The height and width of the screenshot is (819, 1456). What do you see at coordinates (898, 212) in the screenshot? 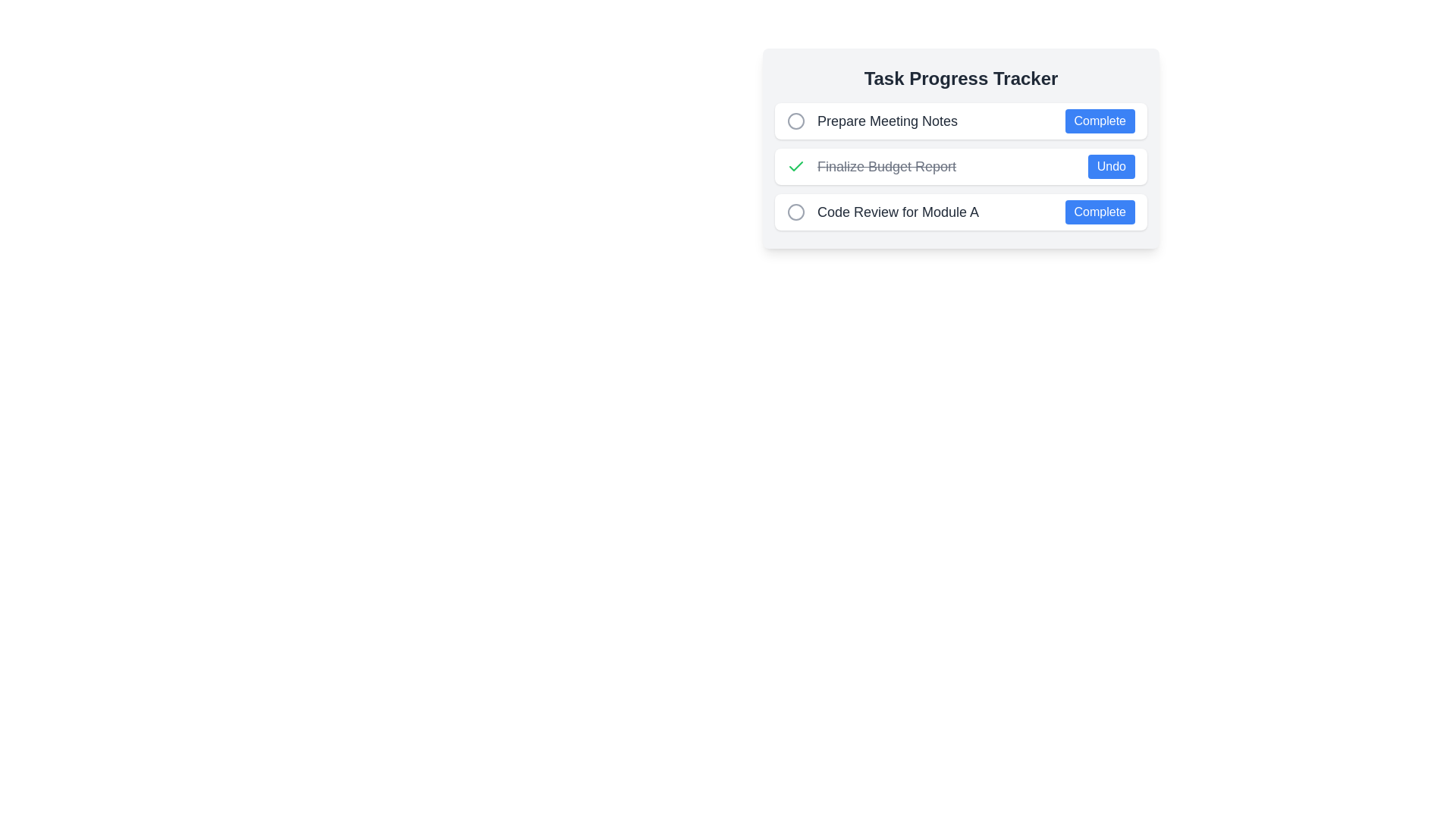
I see `the text label stating 'Code Review for Module A', which is styled with a medium-sized, bold dark gray font and positioned centrally in the middle-right quadrant of the task list interface` at bounding box center [898, 212].